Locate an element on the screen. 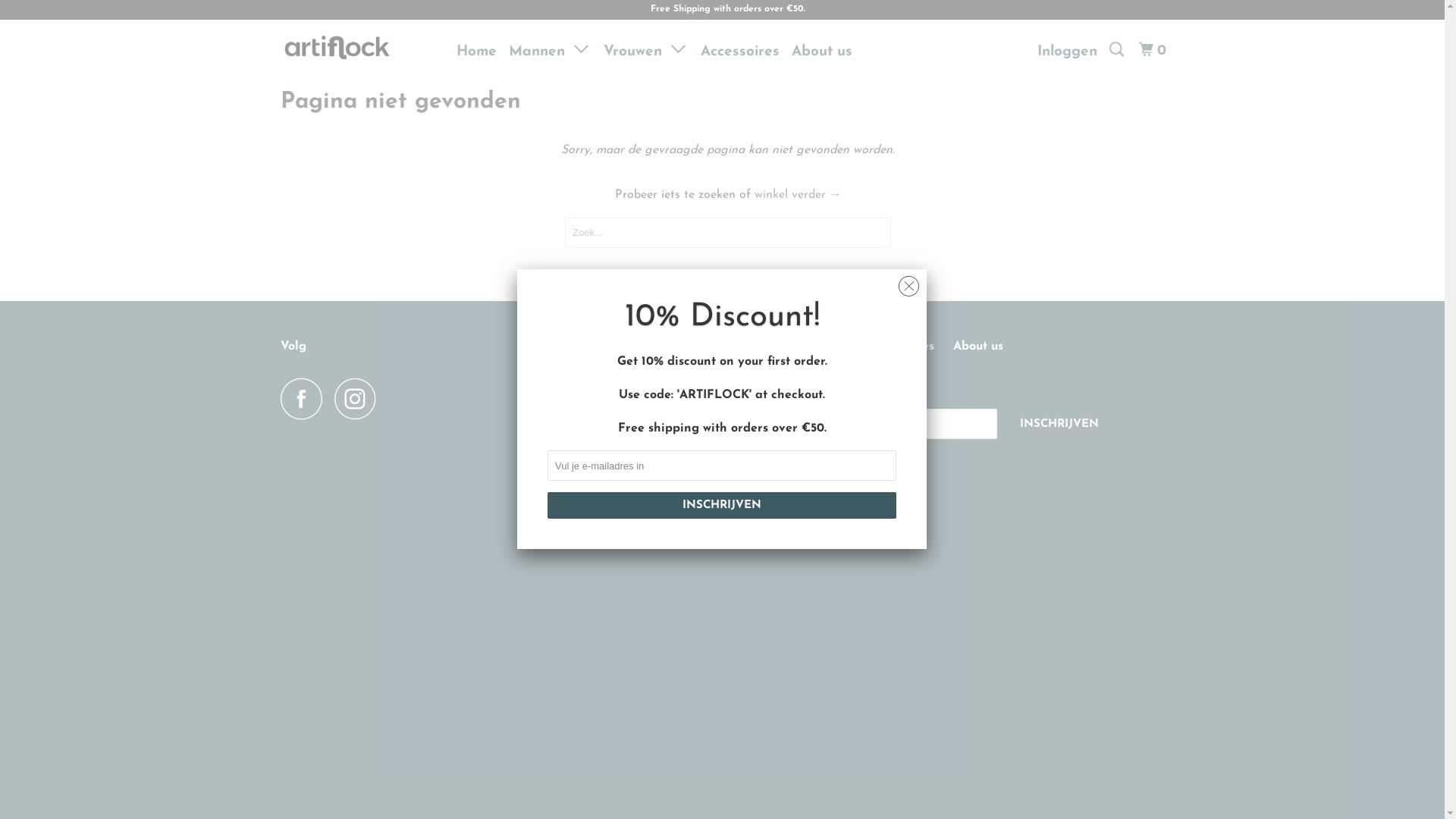 The width and height of the screenshot is (1456, 819). 'Home' is located at coordinates (453, 51).